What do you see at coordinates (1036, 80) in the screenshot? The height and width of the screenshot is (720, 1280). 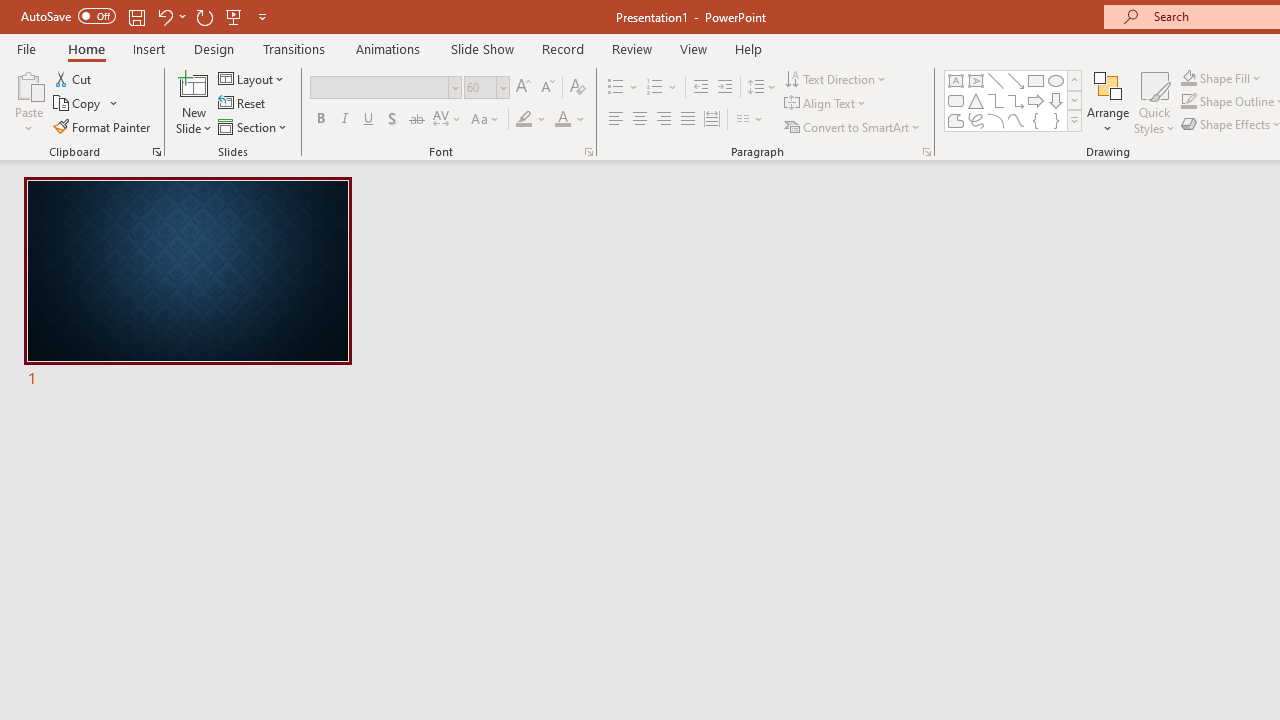 I see `'Rectangle'` at bounding box center [1036, 80].